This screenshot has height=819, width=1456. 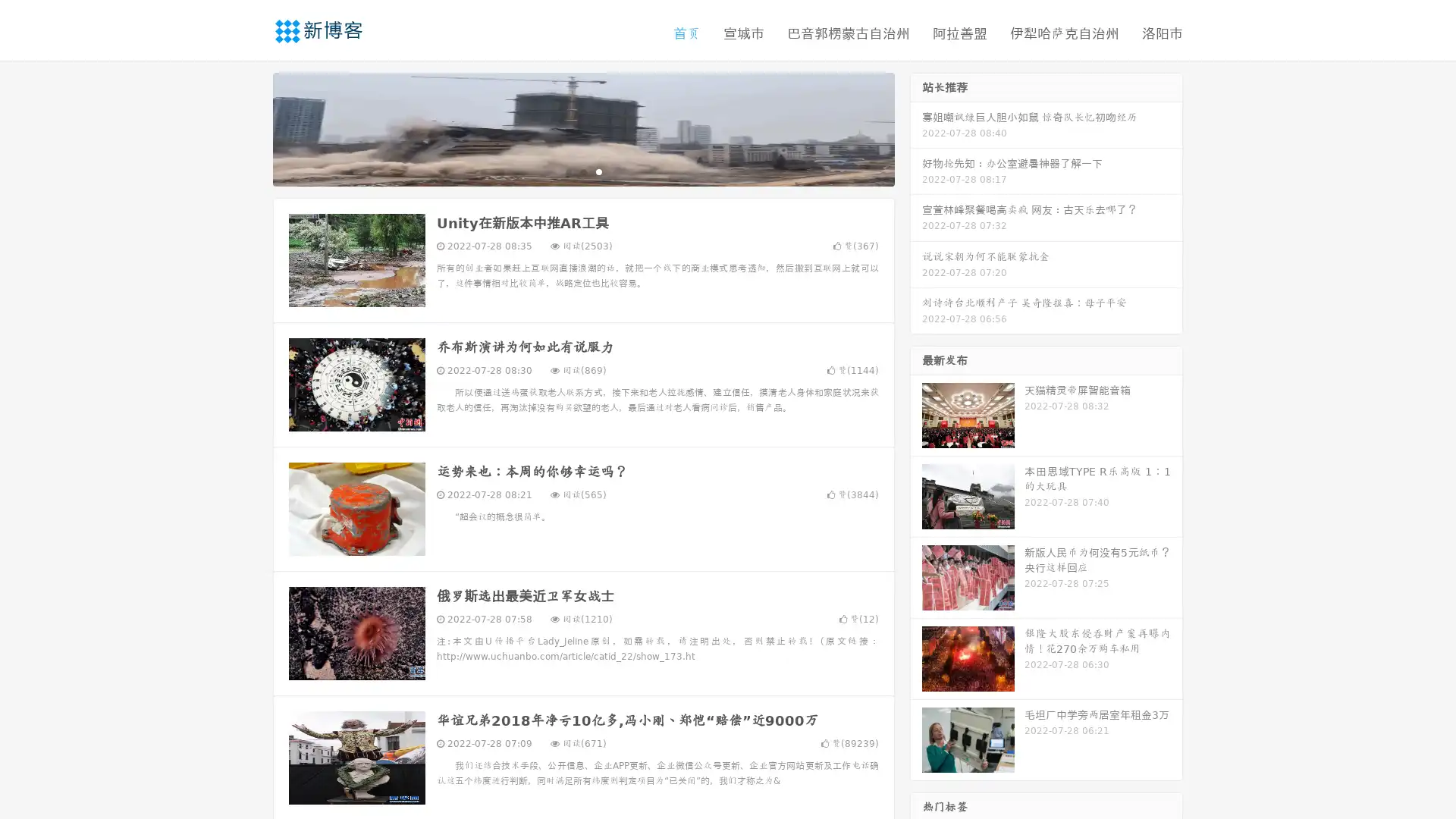 I want to click on Go to slide 2, so click(x=582, y=171).